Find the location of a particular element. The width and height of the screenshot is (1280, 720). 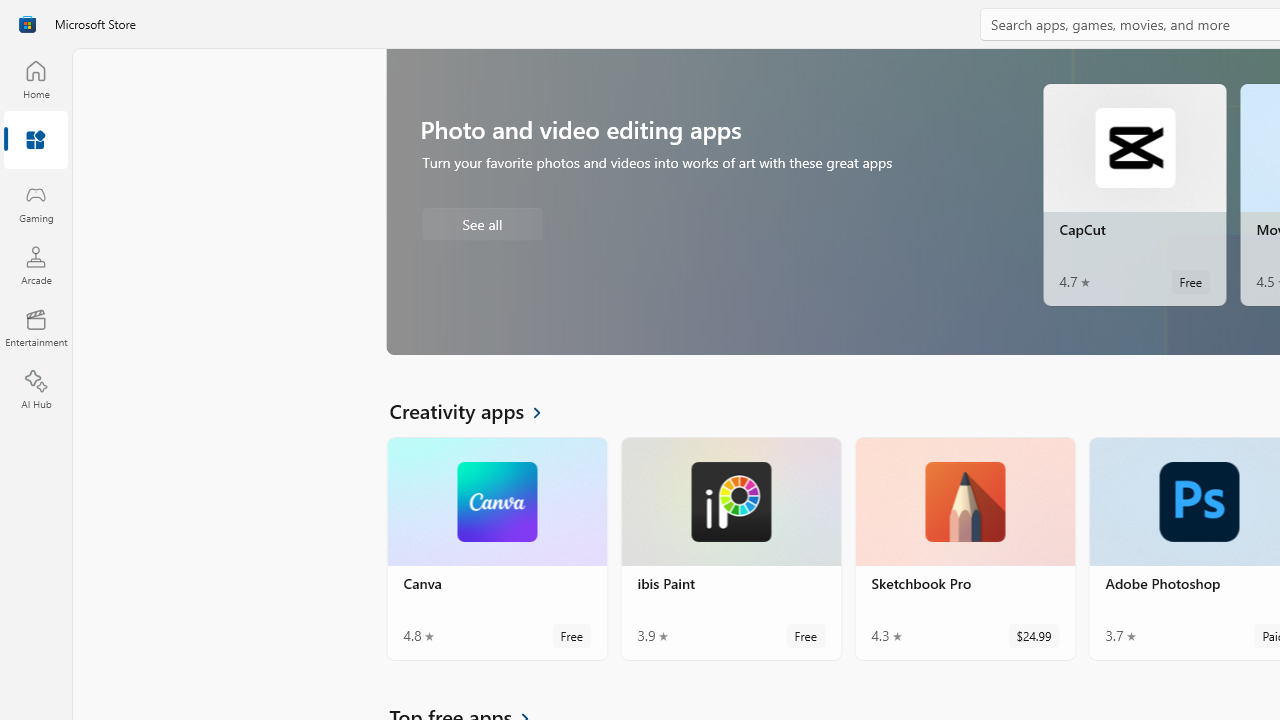

'Gaming' is located at coordinates (35, 203).